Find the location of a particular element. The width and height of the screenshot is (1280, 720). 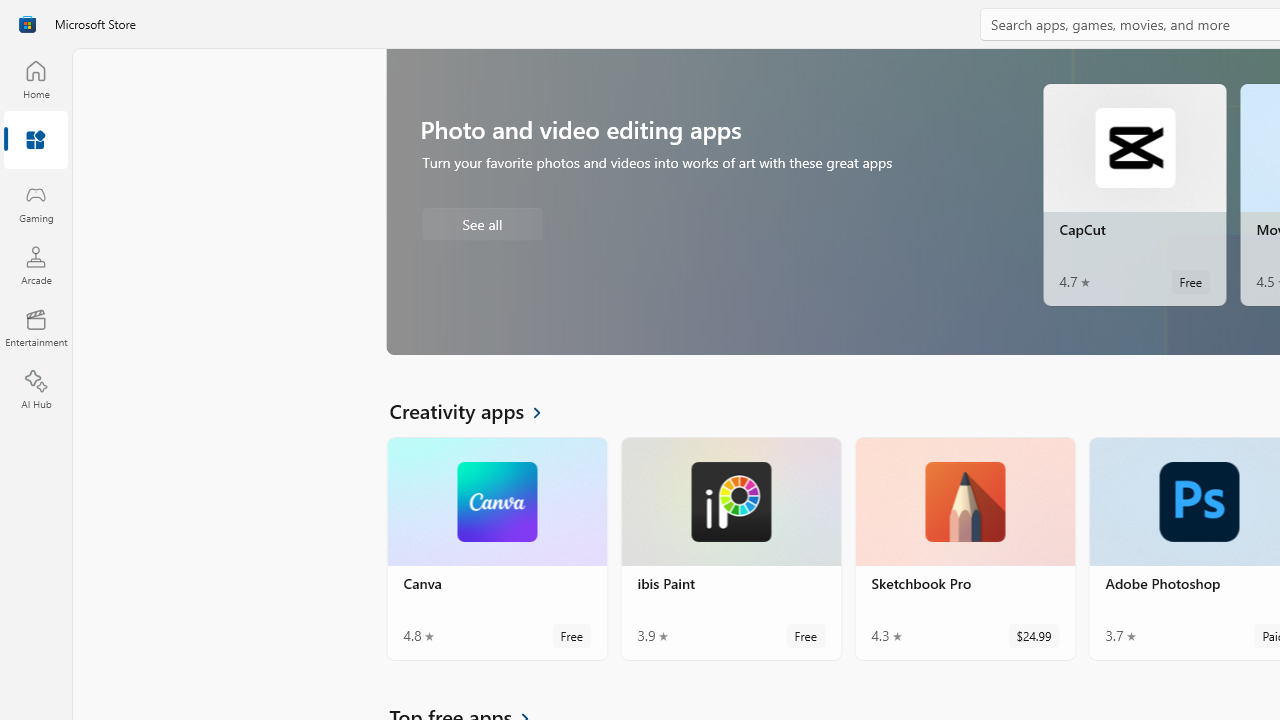

'Gaming' is located at coordinates (35, 203).